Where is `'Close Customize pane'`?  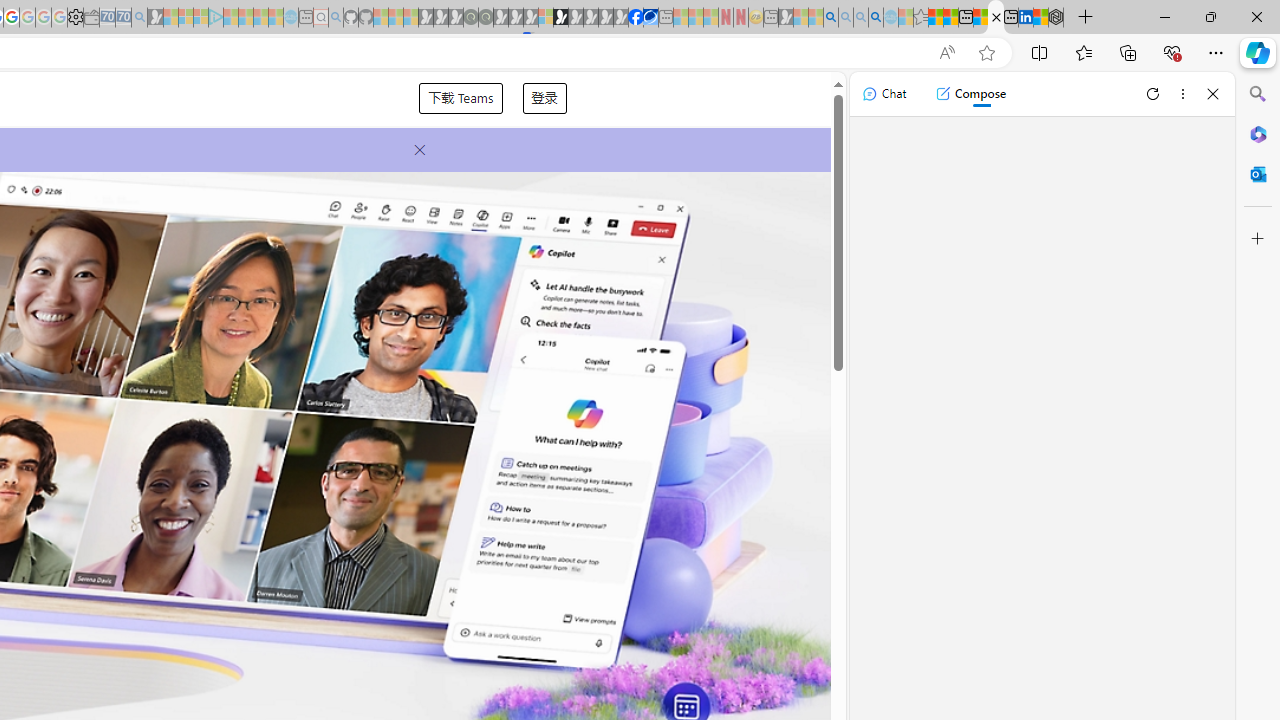
'Close Customize pane' is located at coordinates (1257, 238).